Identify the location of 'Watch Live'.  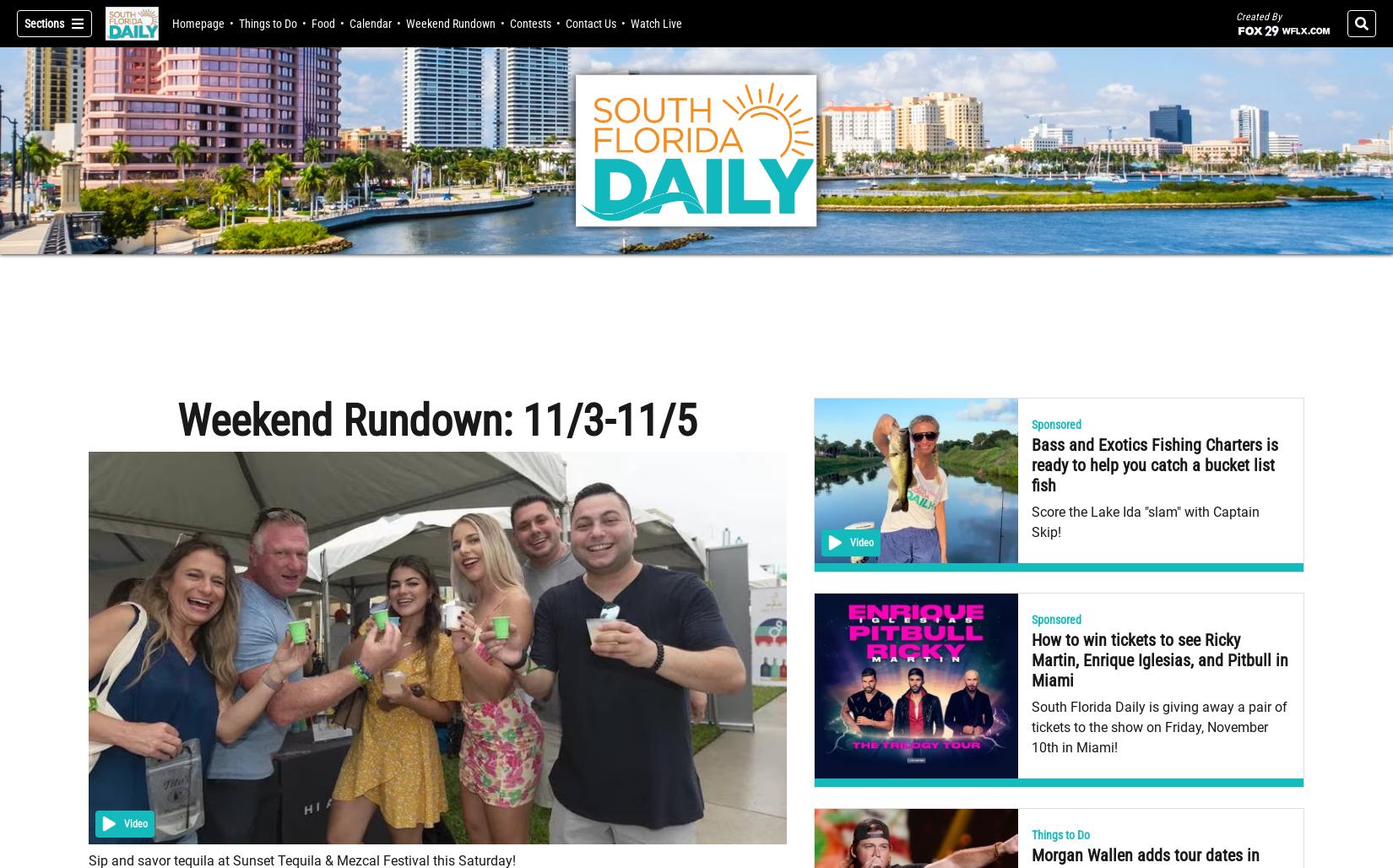
(655, 23).